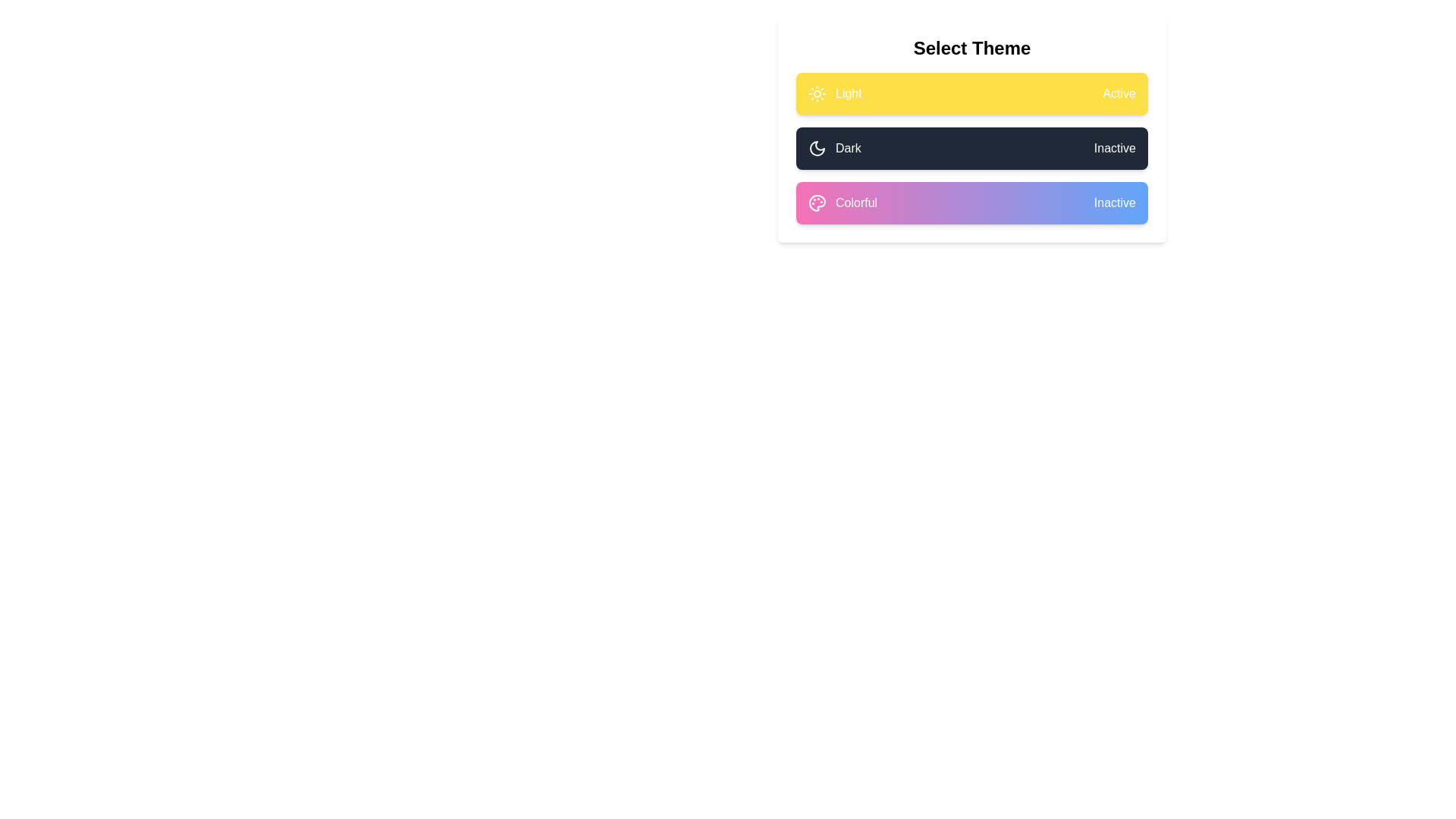 Image resolution: width=1456 pixels, height=819 pixels. I want to click on the theme by clicking on the corresponding button for Light, so click(971, 93).